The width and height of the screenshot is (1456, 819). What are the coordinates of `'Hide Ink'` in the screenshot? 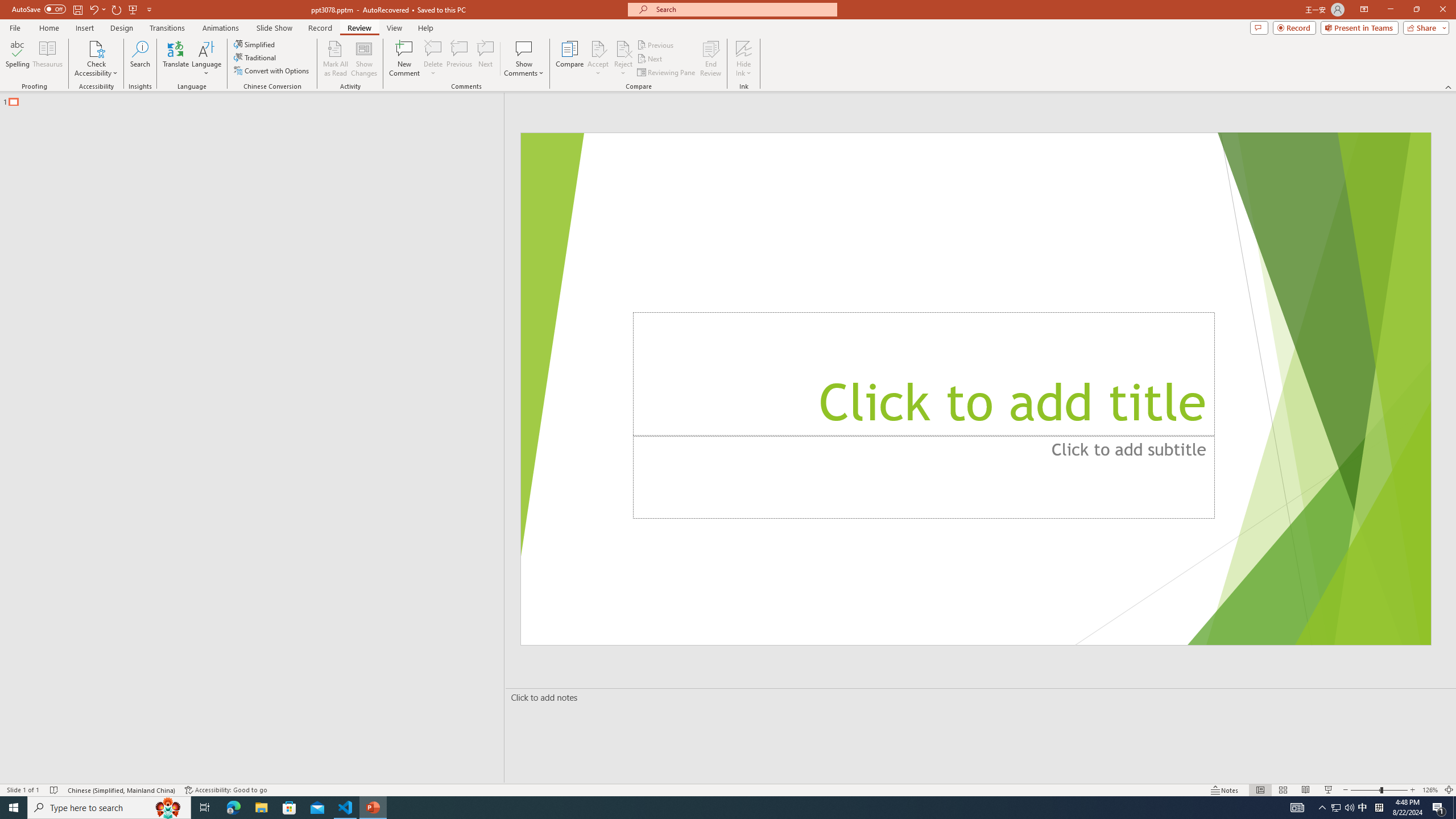 It's located at (744, 59).